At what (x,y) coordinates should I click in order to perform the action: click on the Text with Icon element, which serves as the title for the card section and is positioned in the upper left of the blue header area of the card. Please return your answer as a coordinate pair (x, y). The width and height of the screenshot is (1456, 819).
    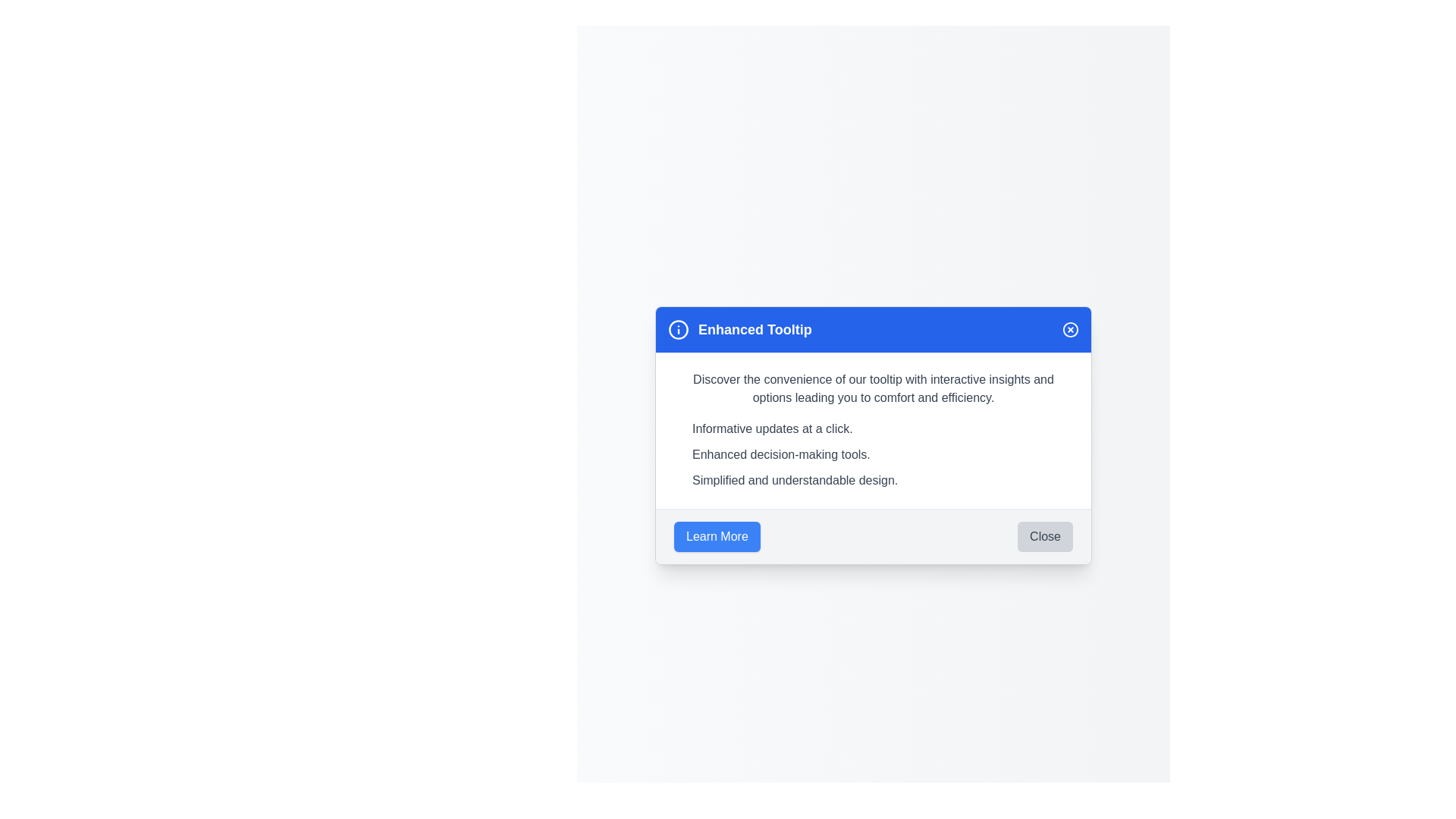
    Looking at the image, I should click on (739, 328).